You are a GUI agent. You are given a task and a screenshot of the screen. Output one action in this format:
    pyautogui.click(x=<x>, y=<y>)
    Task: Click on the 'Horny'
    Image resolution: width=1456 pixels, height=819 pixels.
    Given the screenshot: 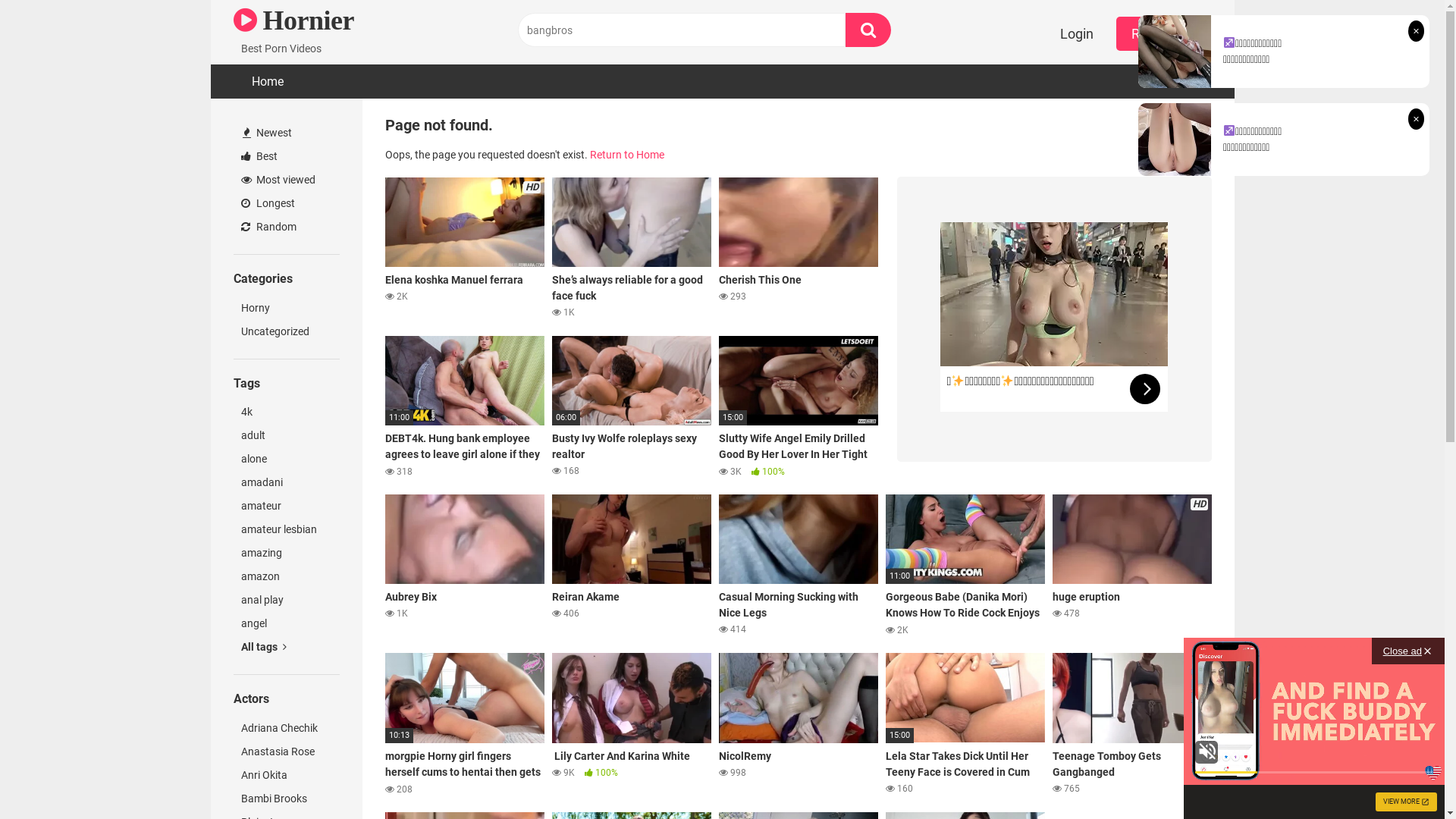 What is the action you would take?
    pyautogui.click(x=232, y=307)
    